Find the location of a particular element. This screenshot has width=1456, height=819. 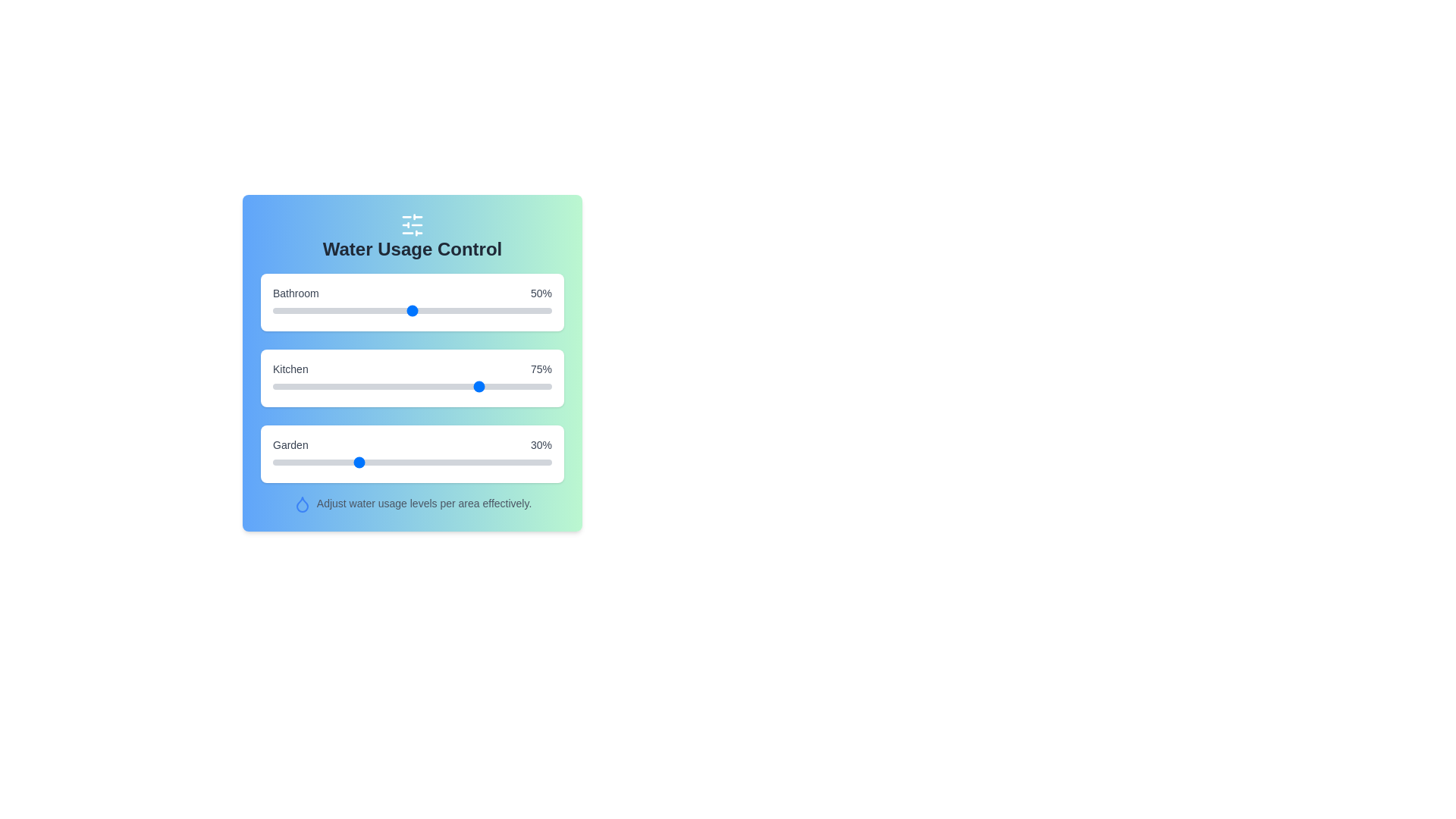

the descriptive text at the bottom of the panel is located at coordinates (412, 504).